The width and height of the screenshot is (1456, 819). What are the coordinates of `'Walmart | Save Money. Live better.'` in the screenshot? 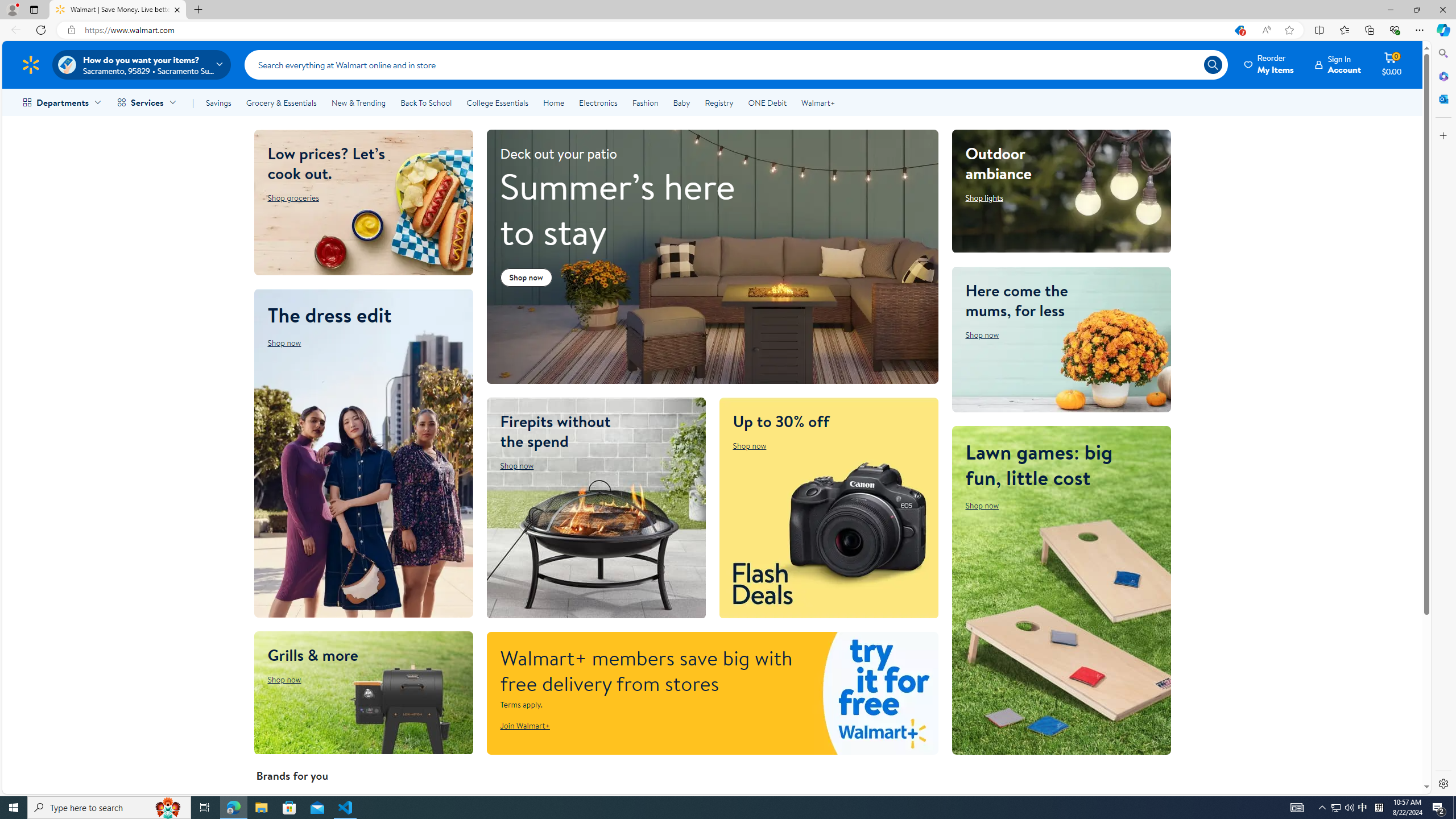 It's located at (118, 9).